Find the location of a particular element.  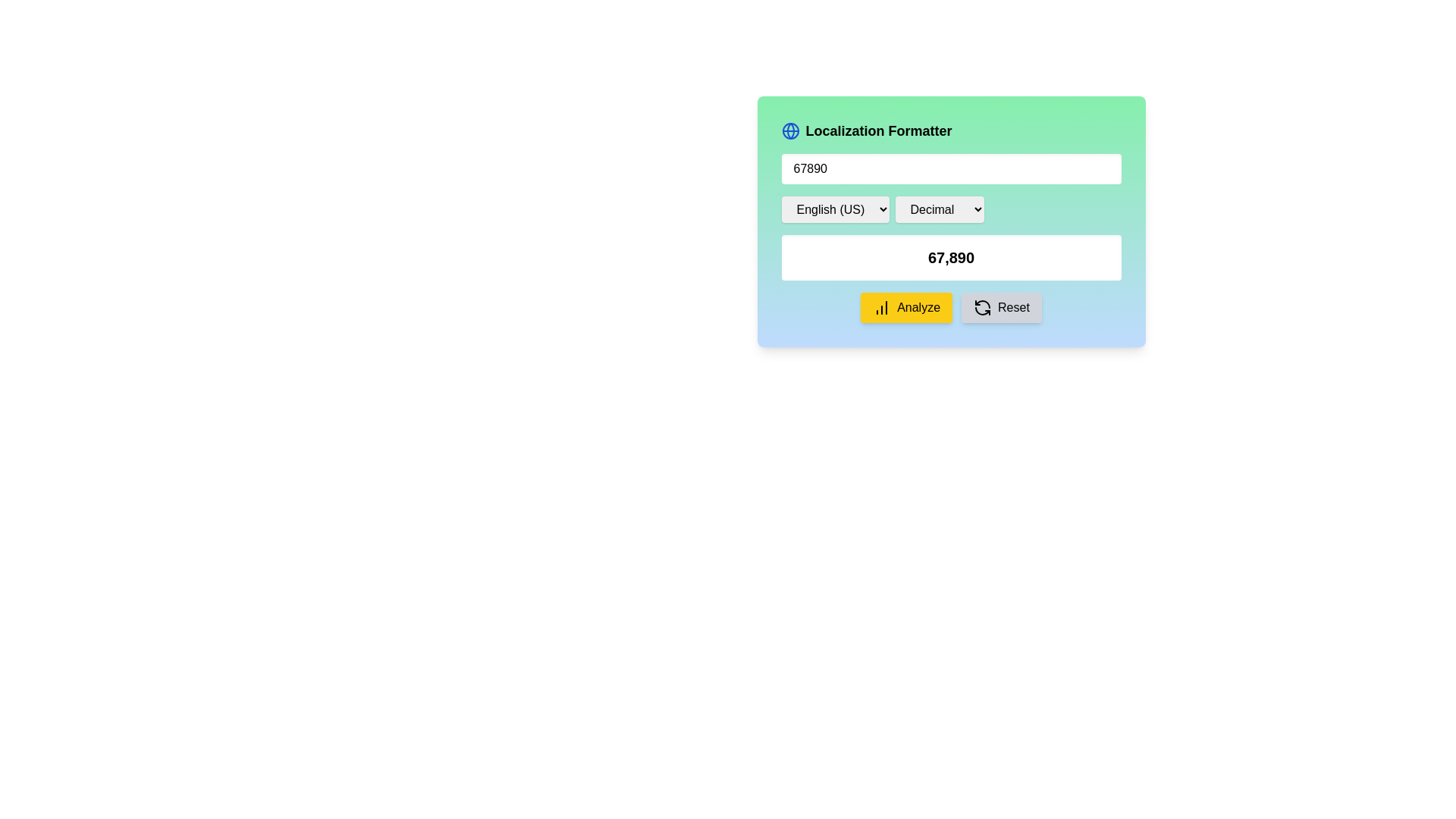

the refresh icon located within the 'Reset' button, which features a circular double arrow design and is positioned to the left of the 'Reset' text is located at coordinates (983, 307).